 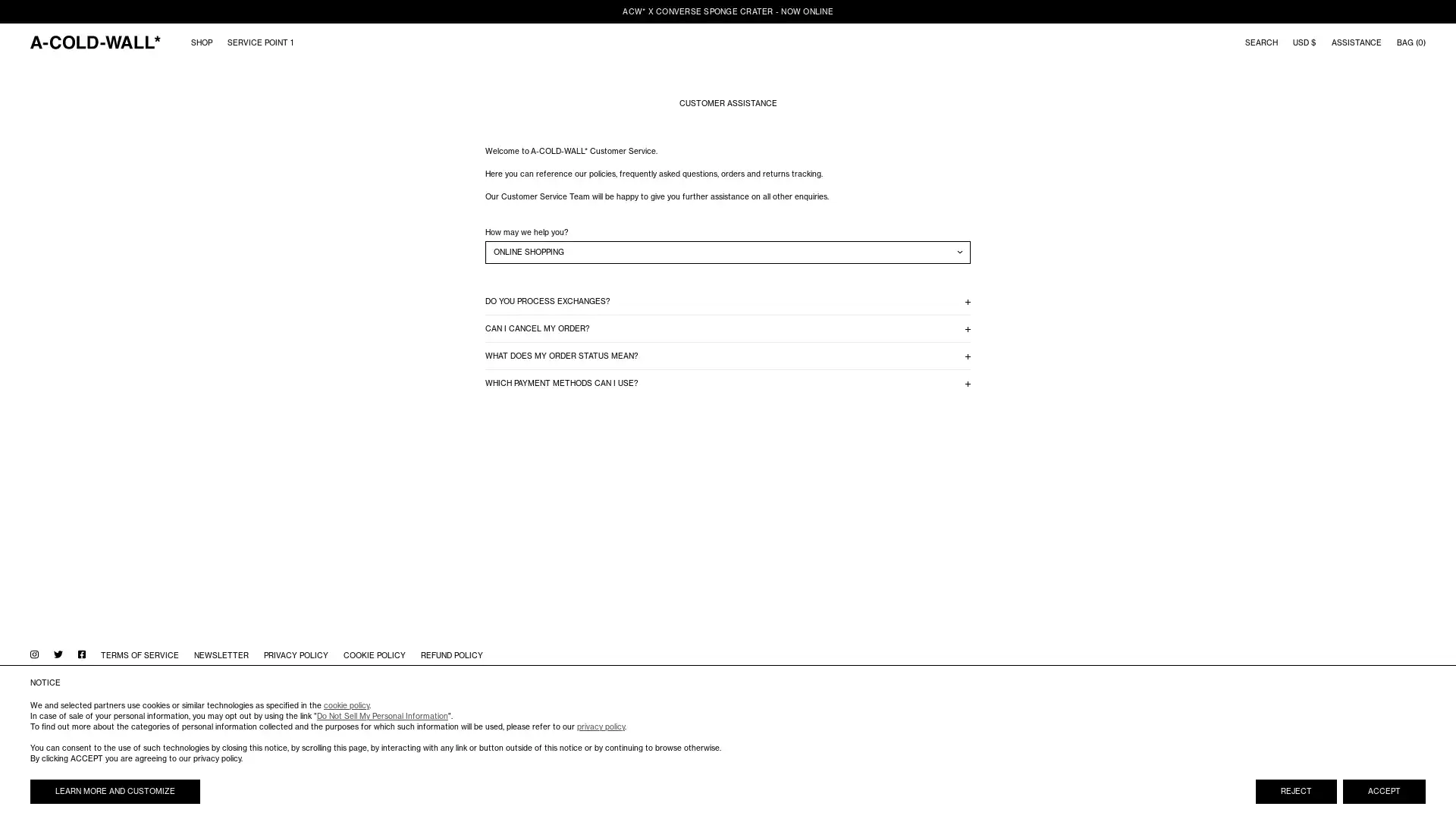 What do you see at coordinates (1384, 791) in the screenshot?
I see `ACCEPT` at bounding box center [1384, 791].